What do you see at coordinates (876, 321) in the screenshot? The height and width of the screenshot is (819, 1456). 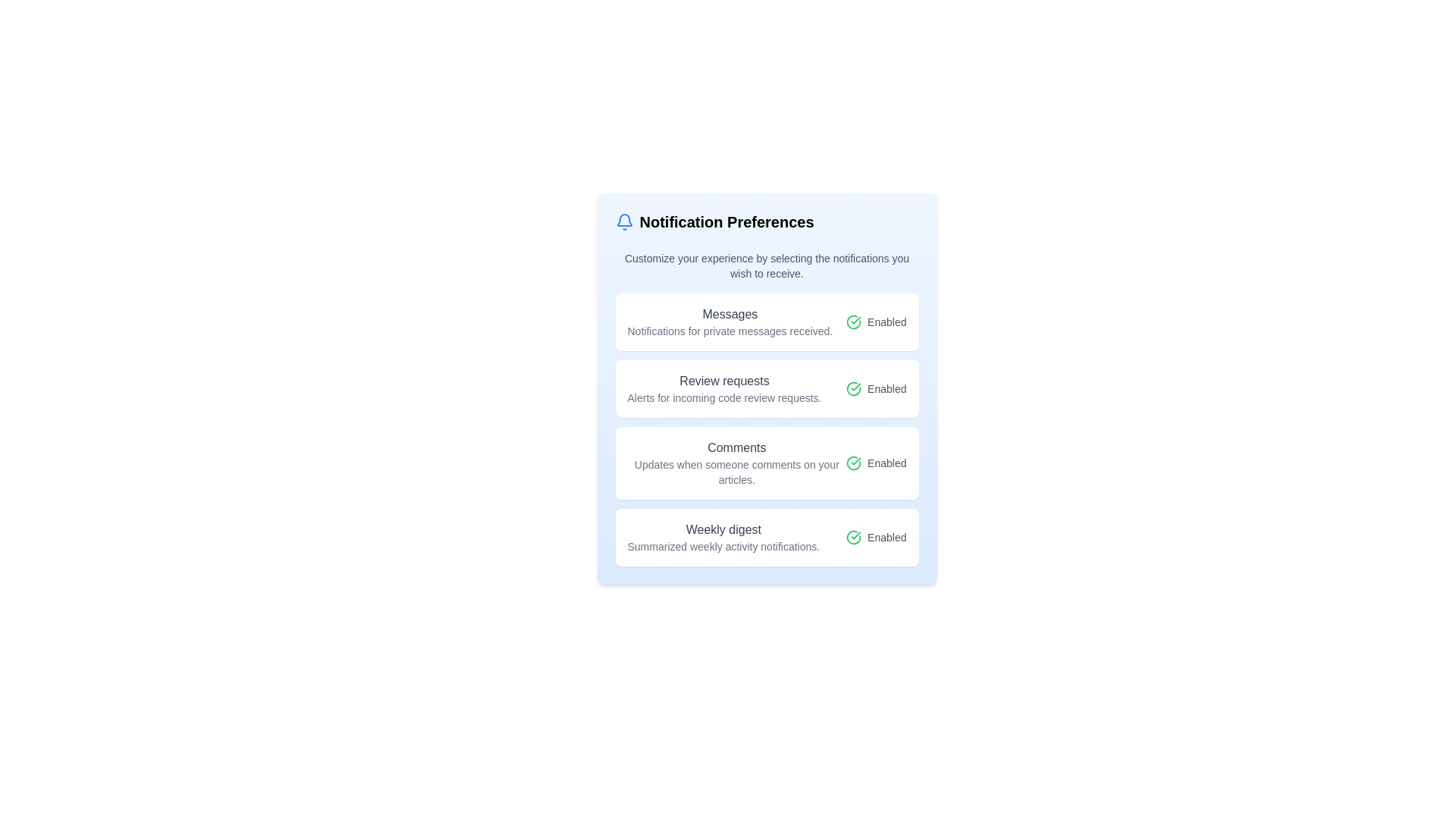 I see `the Status Indicator with the text 'Enabled' and a green check-circle icon, located within the 'Messages' panel under 'Notification Preferences'` at bounding box center [876, 321].